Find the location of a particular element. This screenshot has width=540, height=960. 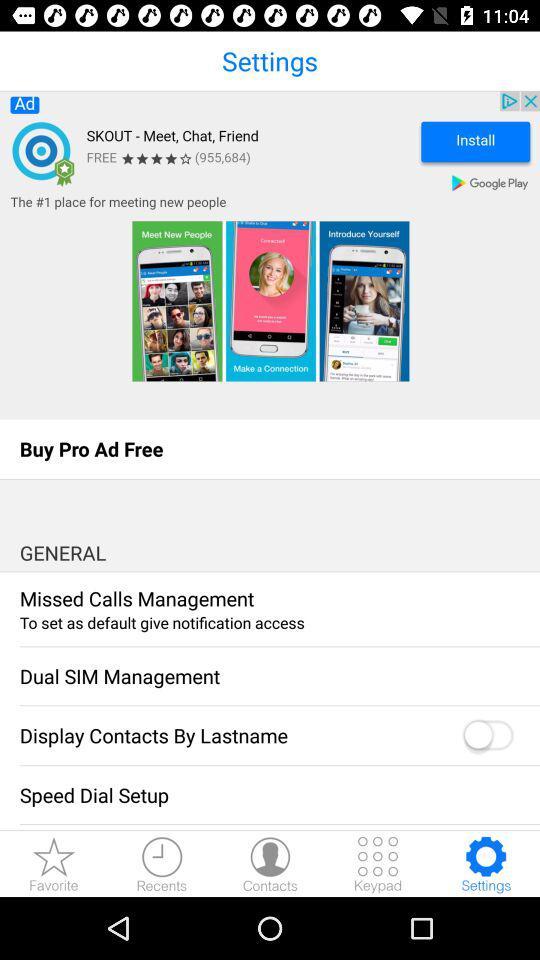

icons is located at coordinates (378, 863).